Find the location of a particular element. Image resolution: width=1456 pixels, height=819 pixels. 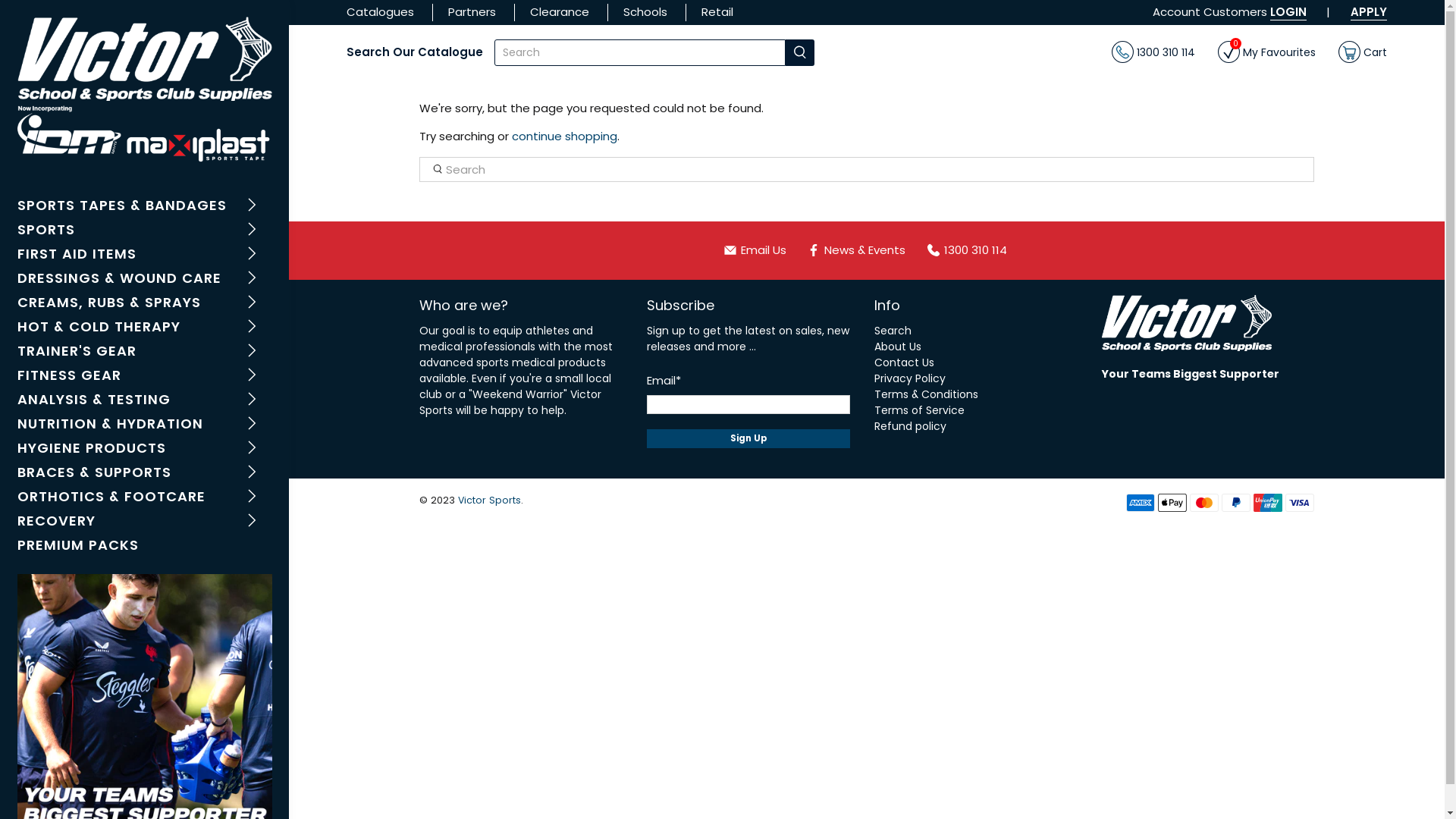

'My Favourites is located at coordinates (1218, 52).